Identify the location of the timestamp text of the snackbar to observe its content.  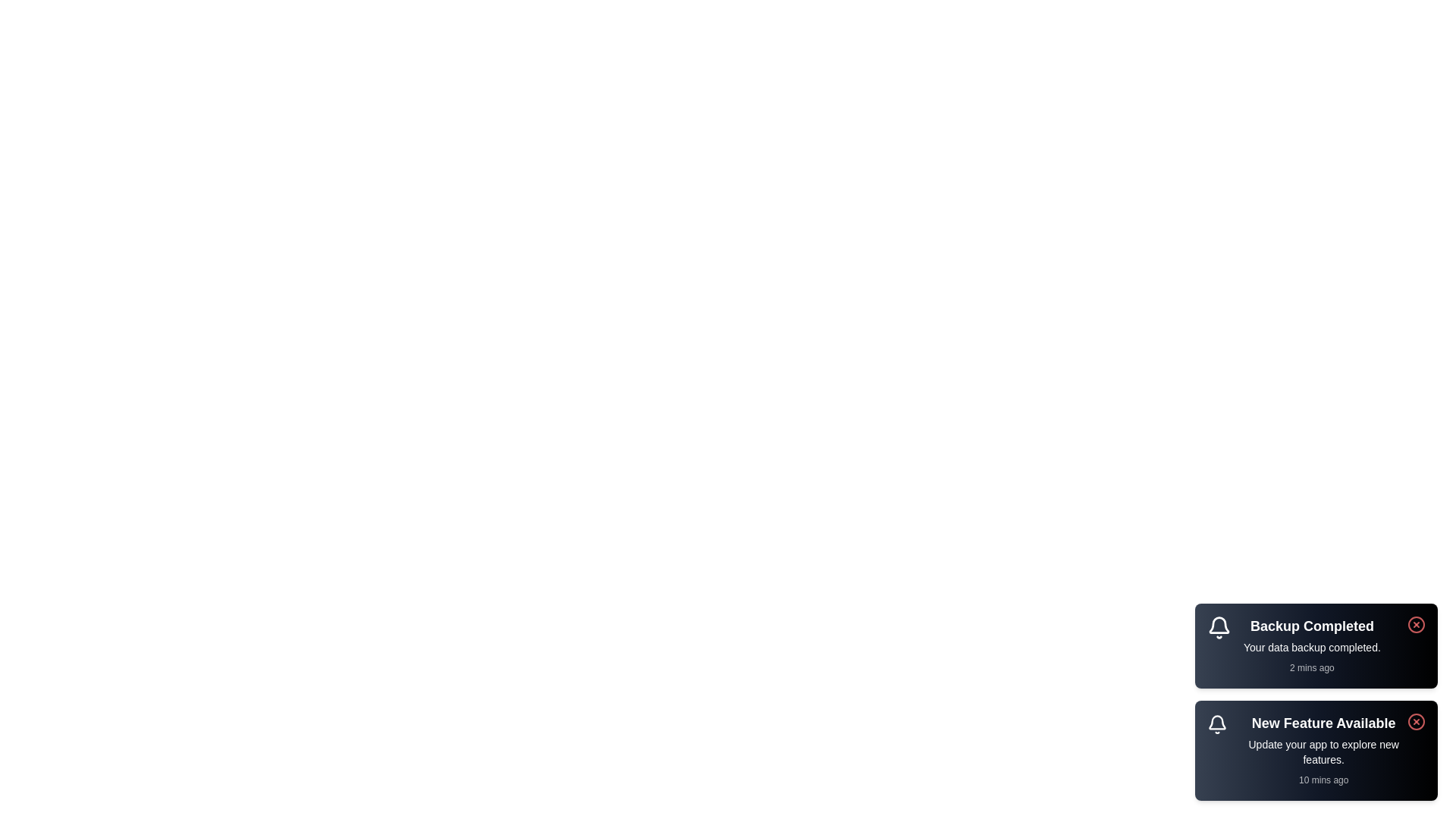
(1311, 667).